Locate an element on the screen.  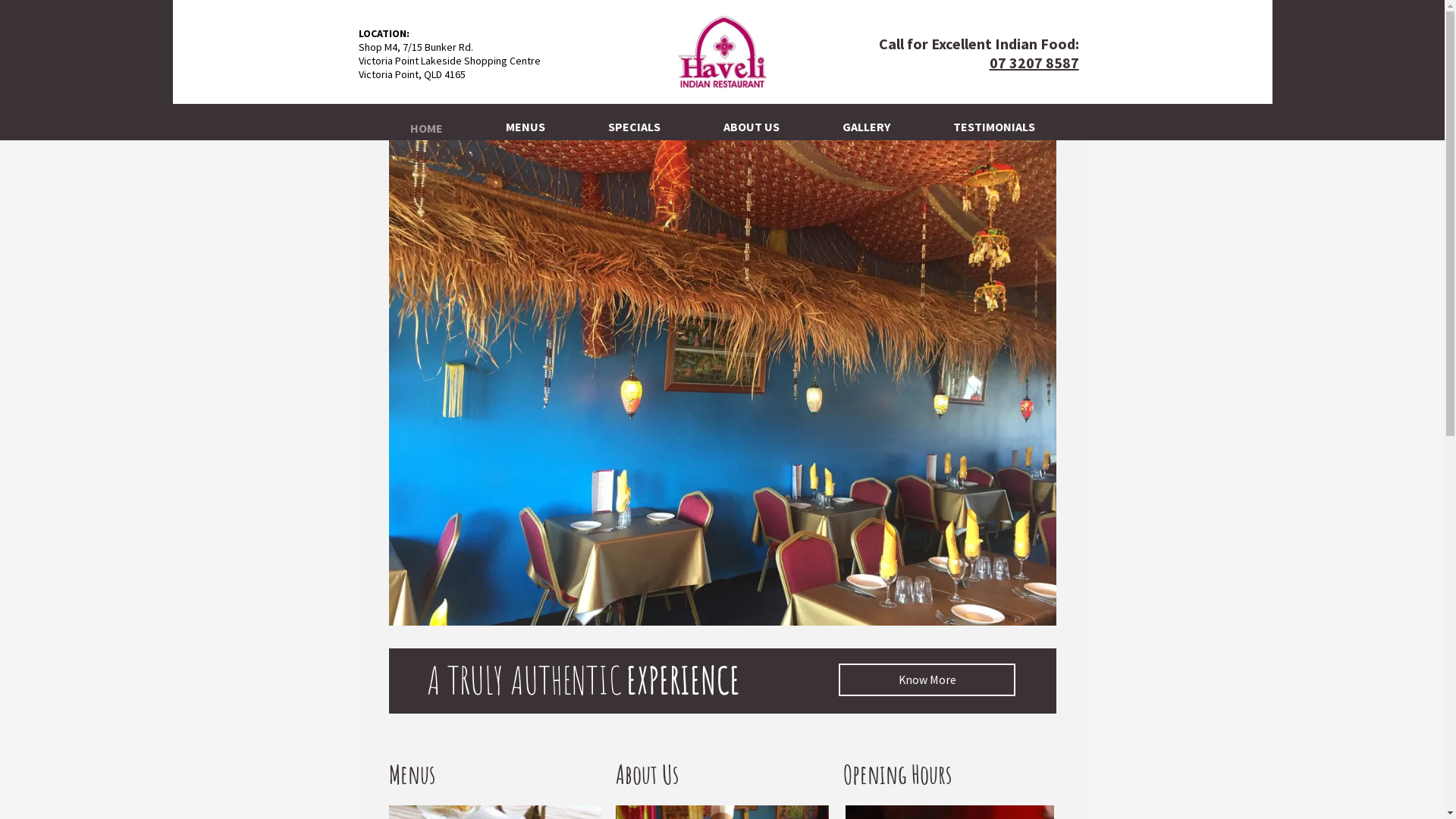
'TESTIMONIALS' is located at coordinates (993, 121).